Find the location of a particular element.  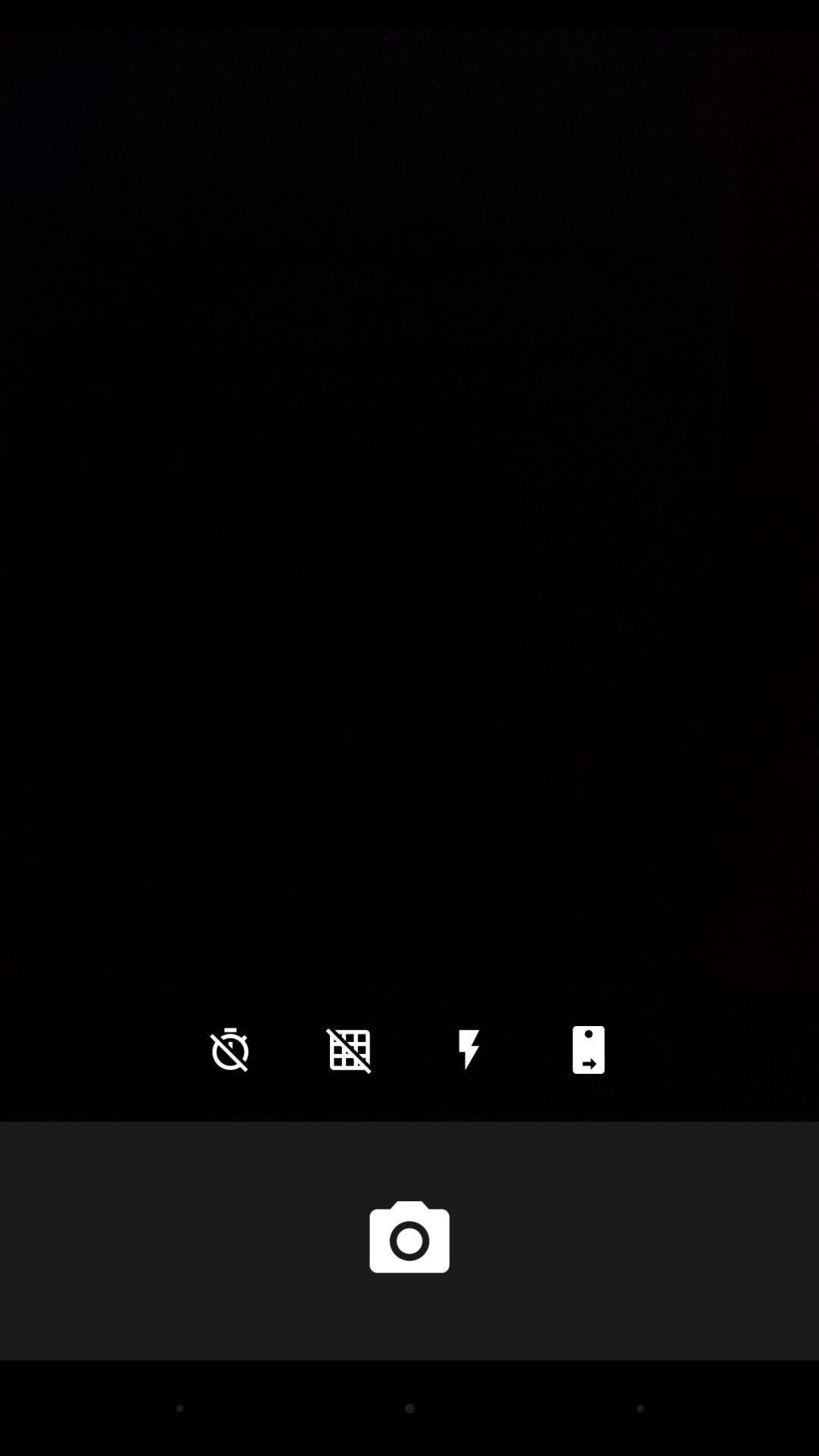

the flash icon is located at coordinates (468, 1049).